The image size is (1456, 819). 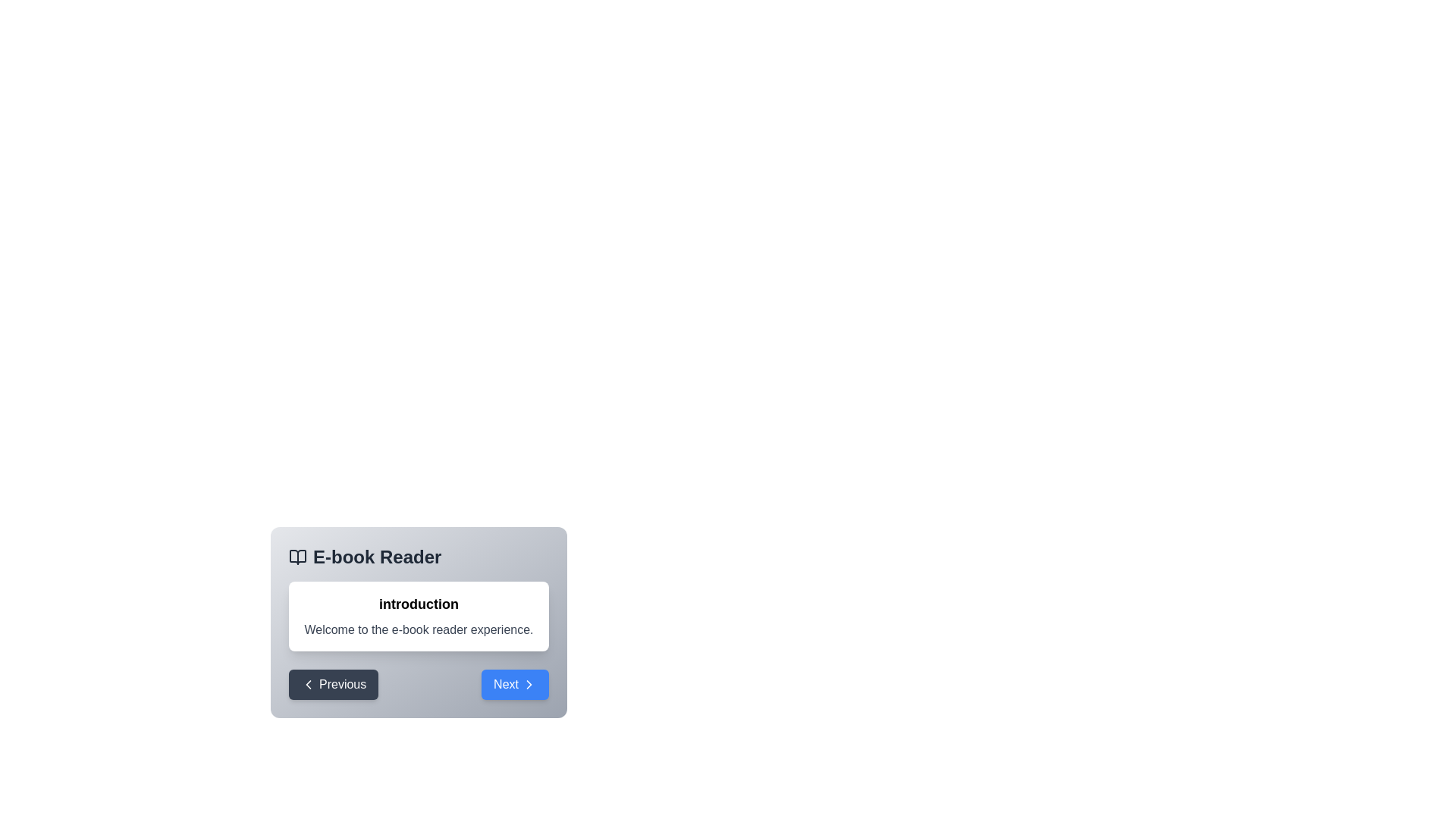 What do you see at coordinates (308, 684) in the screenshot?
I see `the left-pointing chevron icon located inside the 'Previous' button, positioned to the left of the text label` at bounding box center [308, 684].